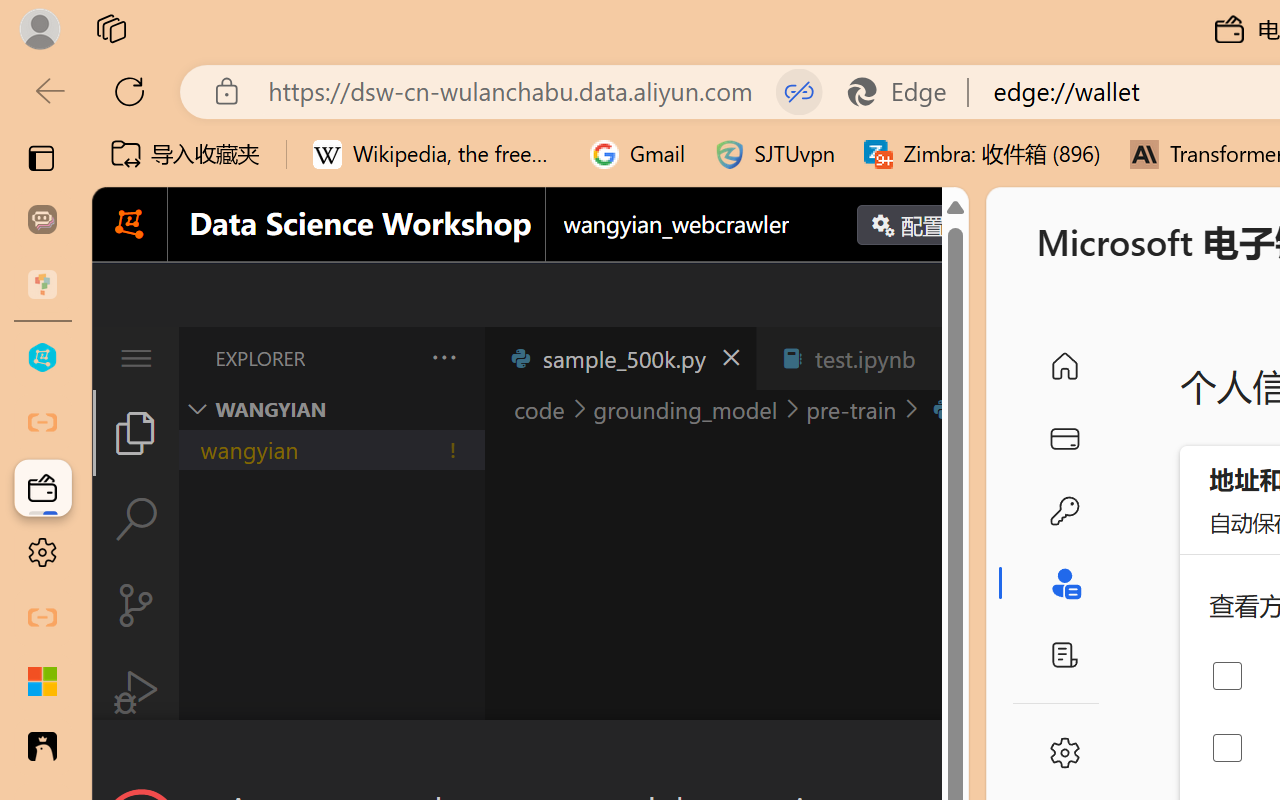 The width and height of the screenshot is (1280, 800). What do you see at coordinates (441, 357) in the screenshot?
I see `'Views and More Actions...'` at bounding box center [441, 357].